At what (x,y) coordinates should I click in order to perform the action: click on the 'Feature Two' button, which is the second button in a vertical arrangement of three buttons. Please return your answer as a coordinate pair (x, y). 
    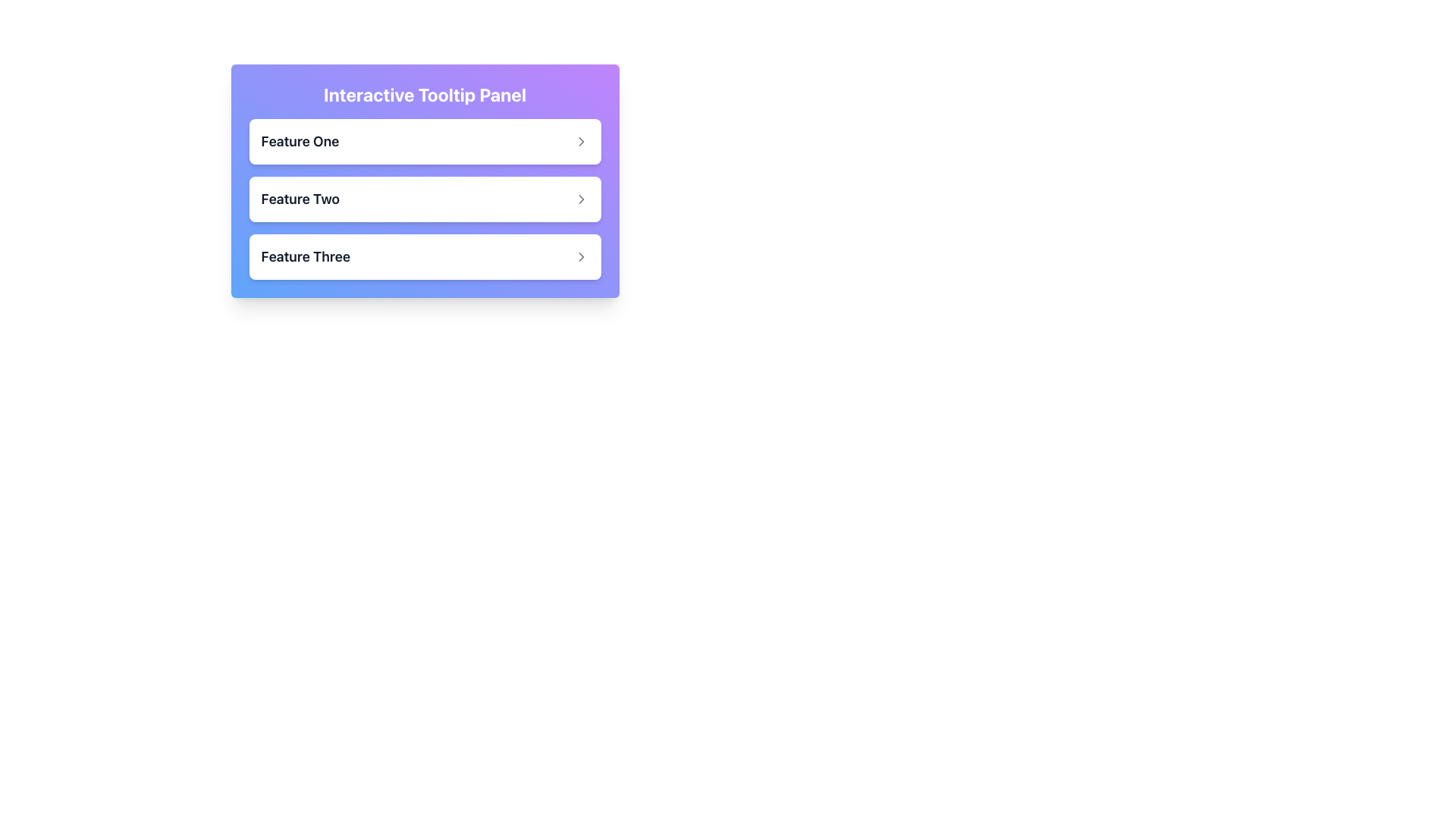
    Looking at the image, I should click on (425, 180).